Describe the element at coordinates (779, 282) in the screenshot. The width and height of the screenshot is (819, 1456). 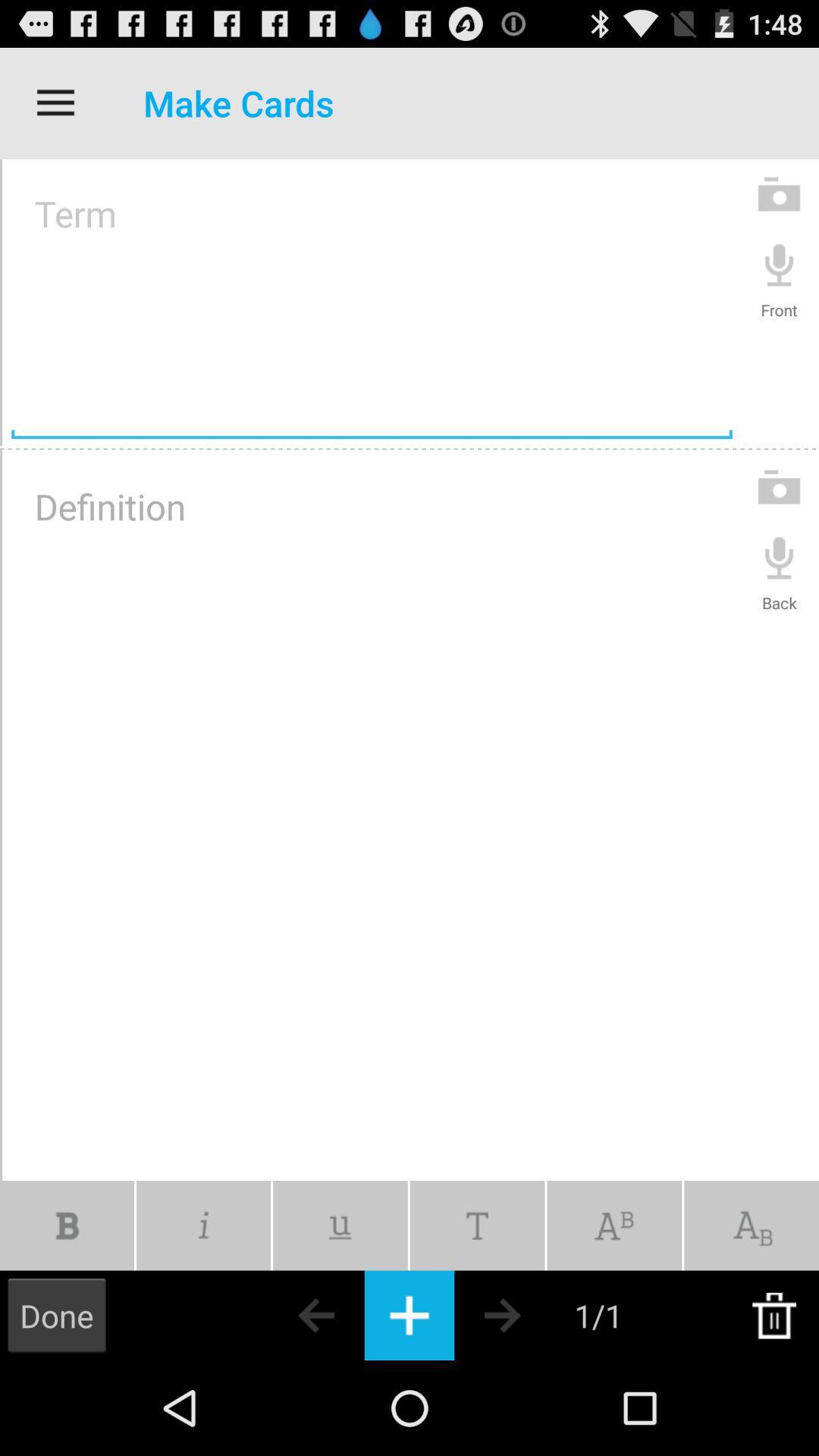
I see `the microphone icon` at that location.